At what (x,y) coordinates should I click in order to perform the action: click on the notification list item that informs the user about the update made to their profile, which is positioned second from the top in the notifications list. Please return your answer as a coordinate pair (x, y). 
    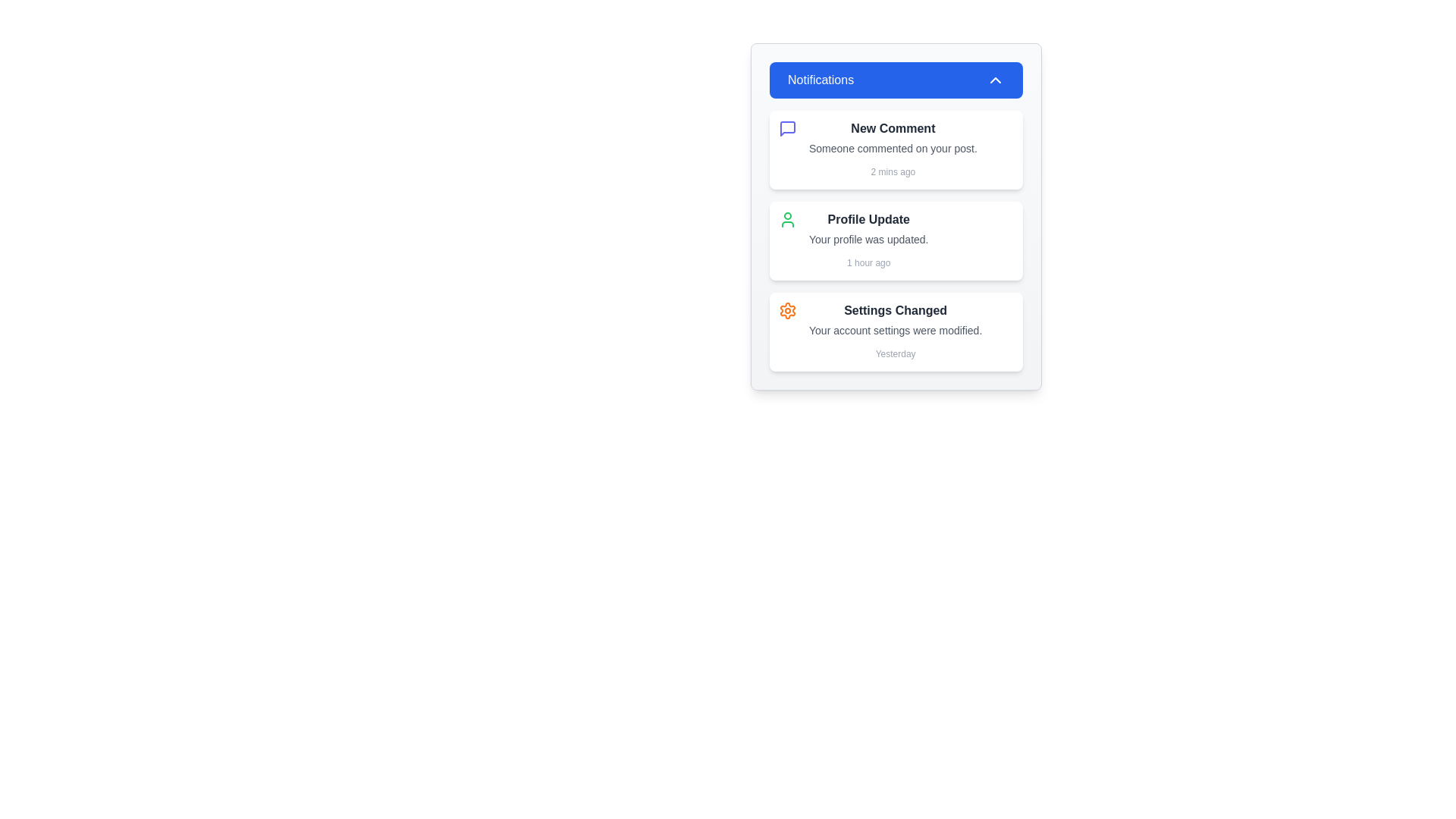
    Looking at the image, I should click on (868, 240).